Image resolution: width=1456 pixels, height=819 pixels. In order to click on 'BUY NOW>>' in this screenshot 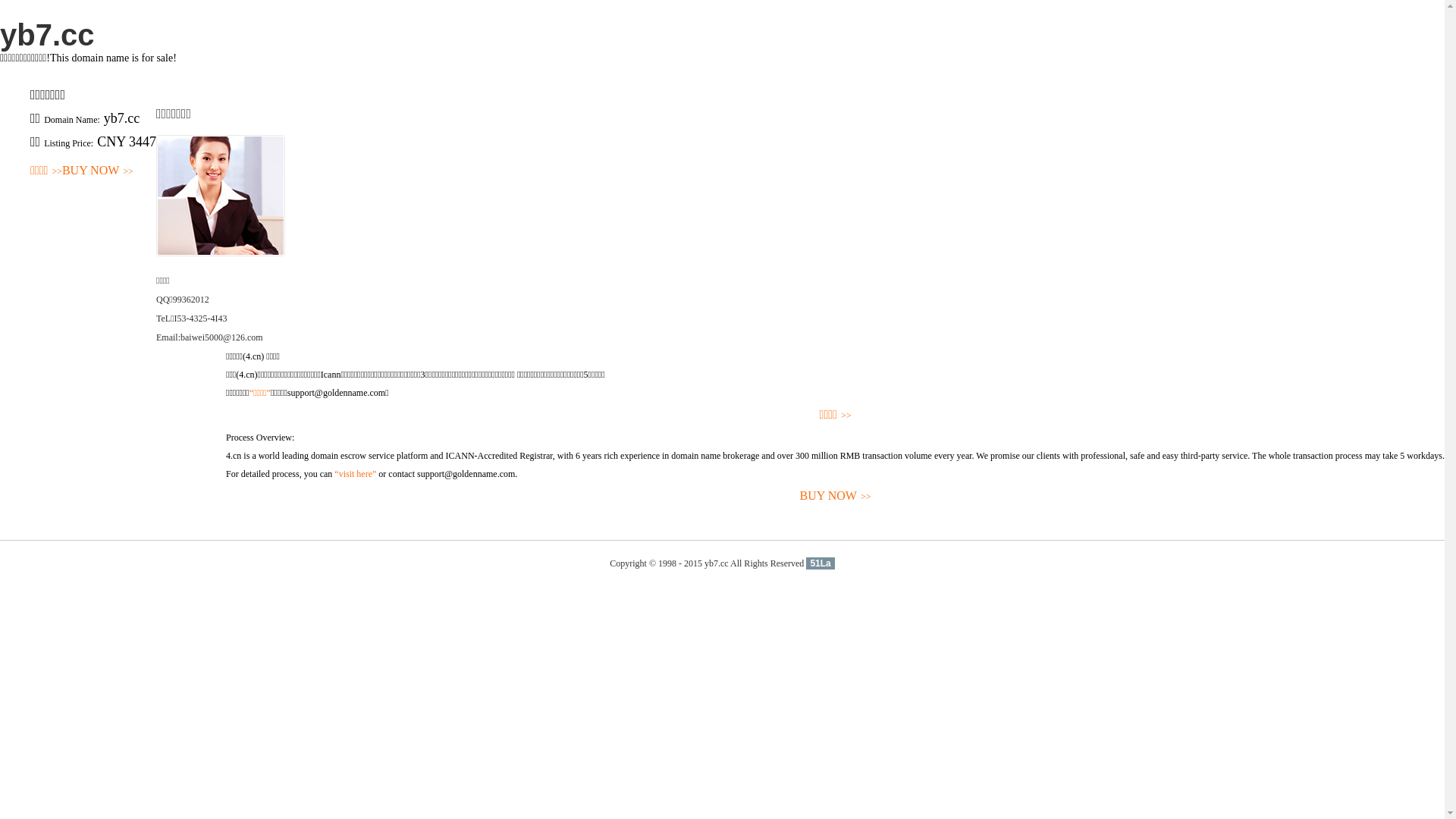, I will do `click(834, 496)`.